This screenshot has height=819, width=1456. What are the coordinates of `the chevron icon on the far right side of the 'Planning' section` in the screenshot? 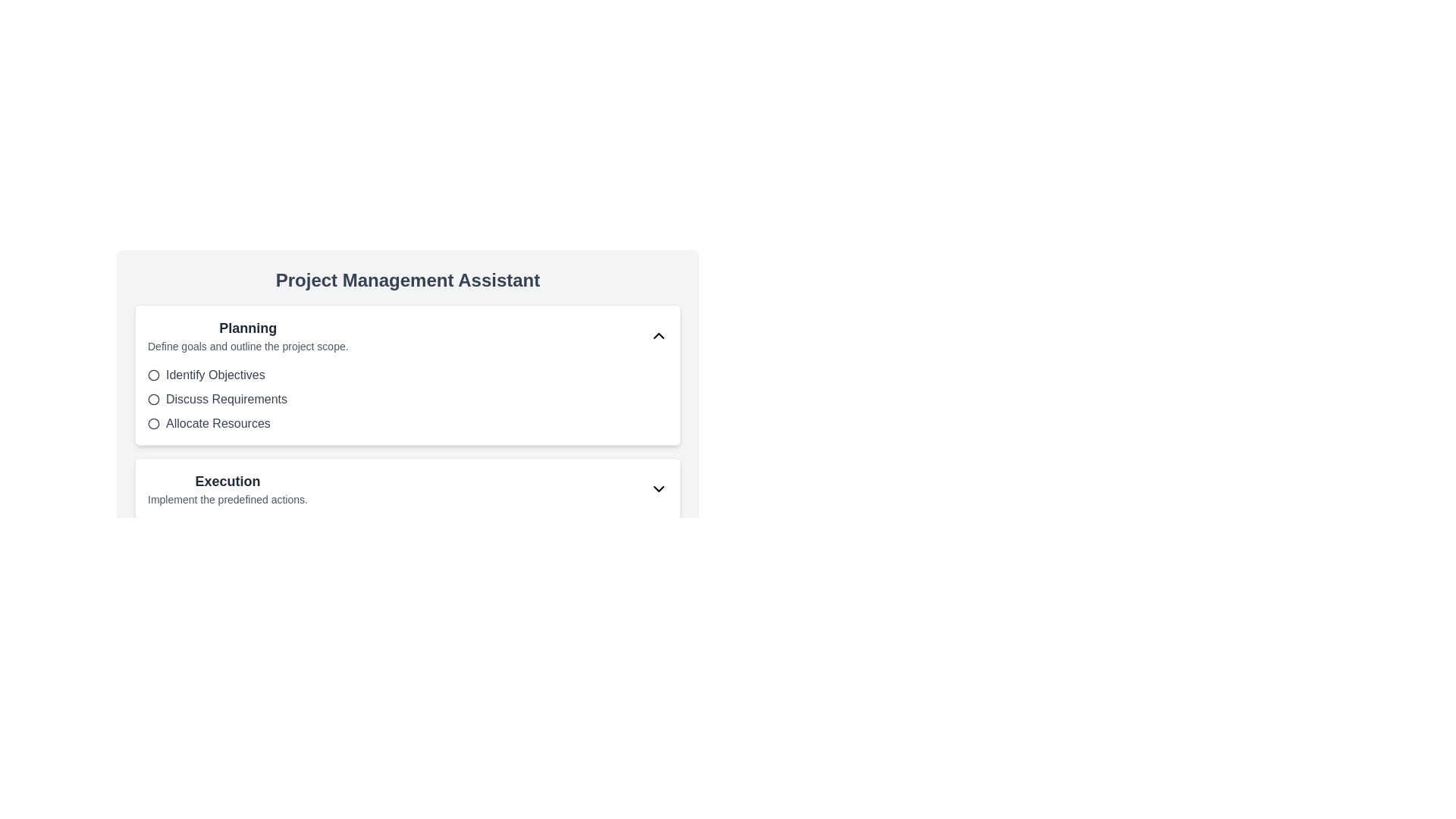 It's located at (658, 335).